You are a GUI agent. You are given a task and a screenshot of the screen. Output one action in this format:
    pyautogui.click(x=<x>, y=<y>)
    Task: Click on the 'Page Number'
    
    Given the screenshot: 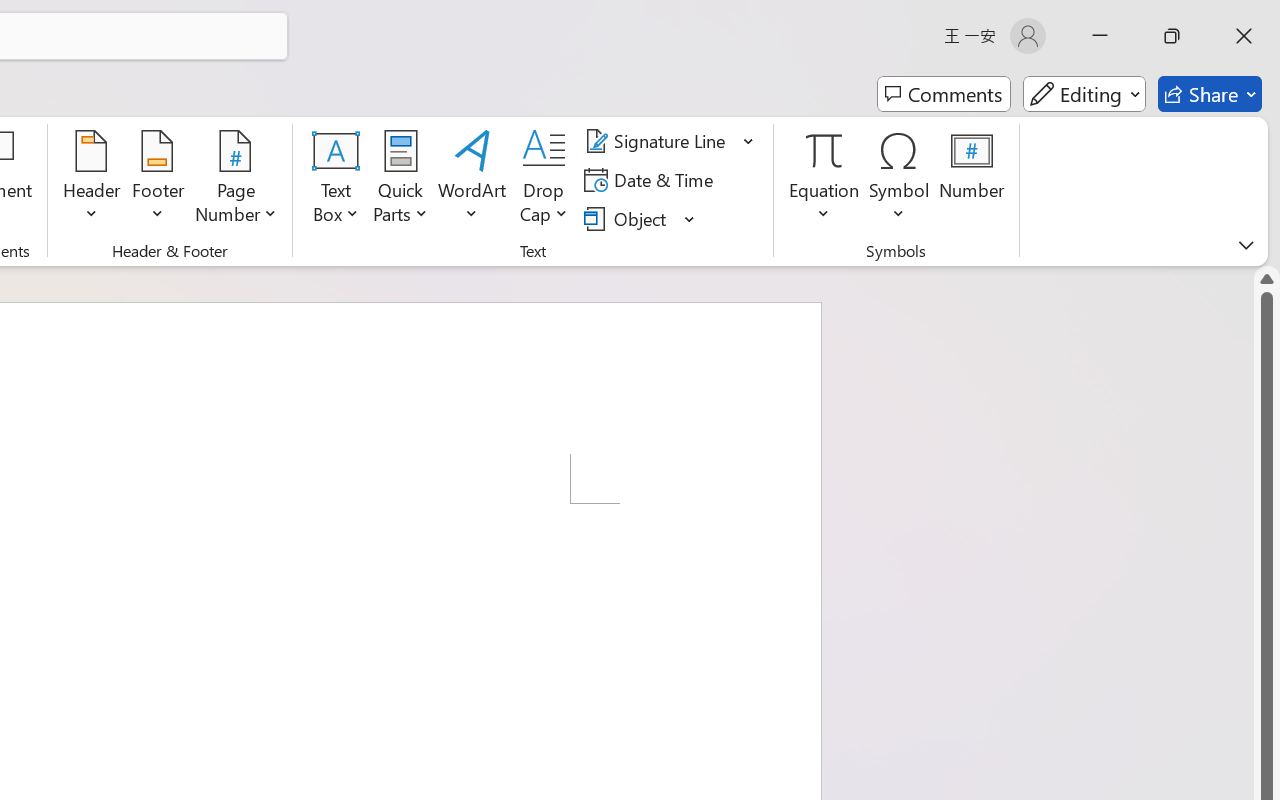 What is the action you would take?
    pyautogui.click(x=236, y=179)
    